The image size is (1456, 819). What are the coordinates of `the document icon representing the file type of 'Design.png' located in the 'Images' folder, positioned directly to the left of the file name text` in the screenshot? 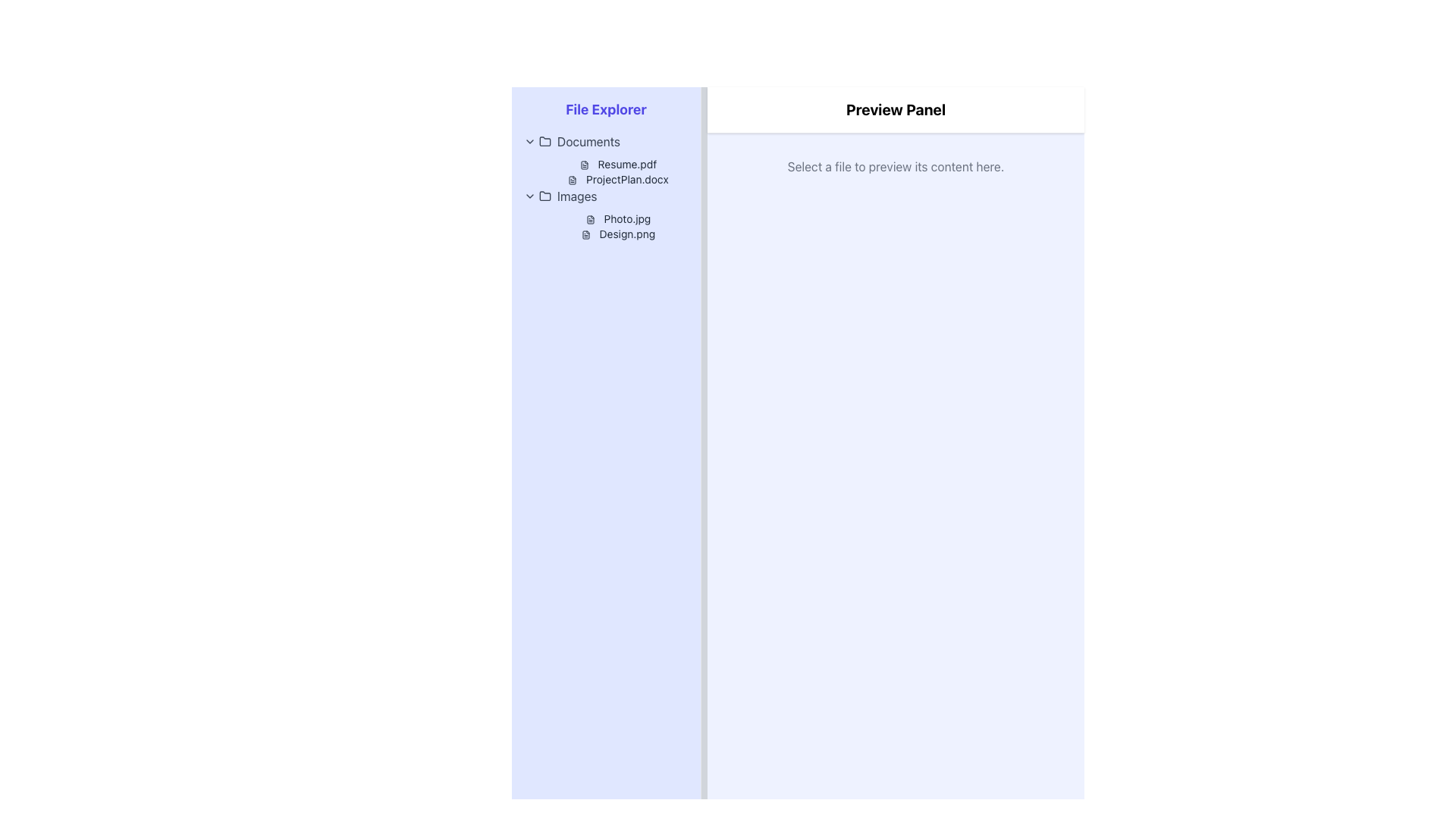 It's located at (585, 235).